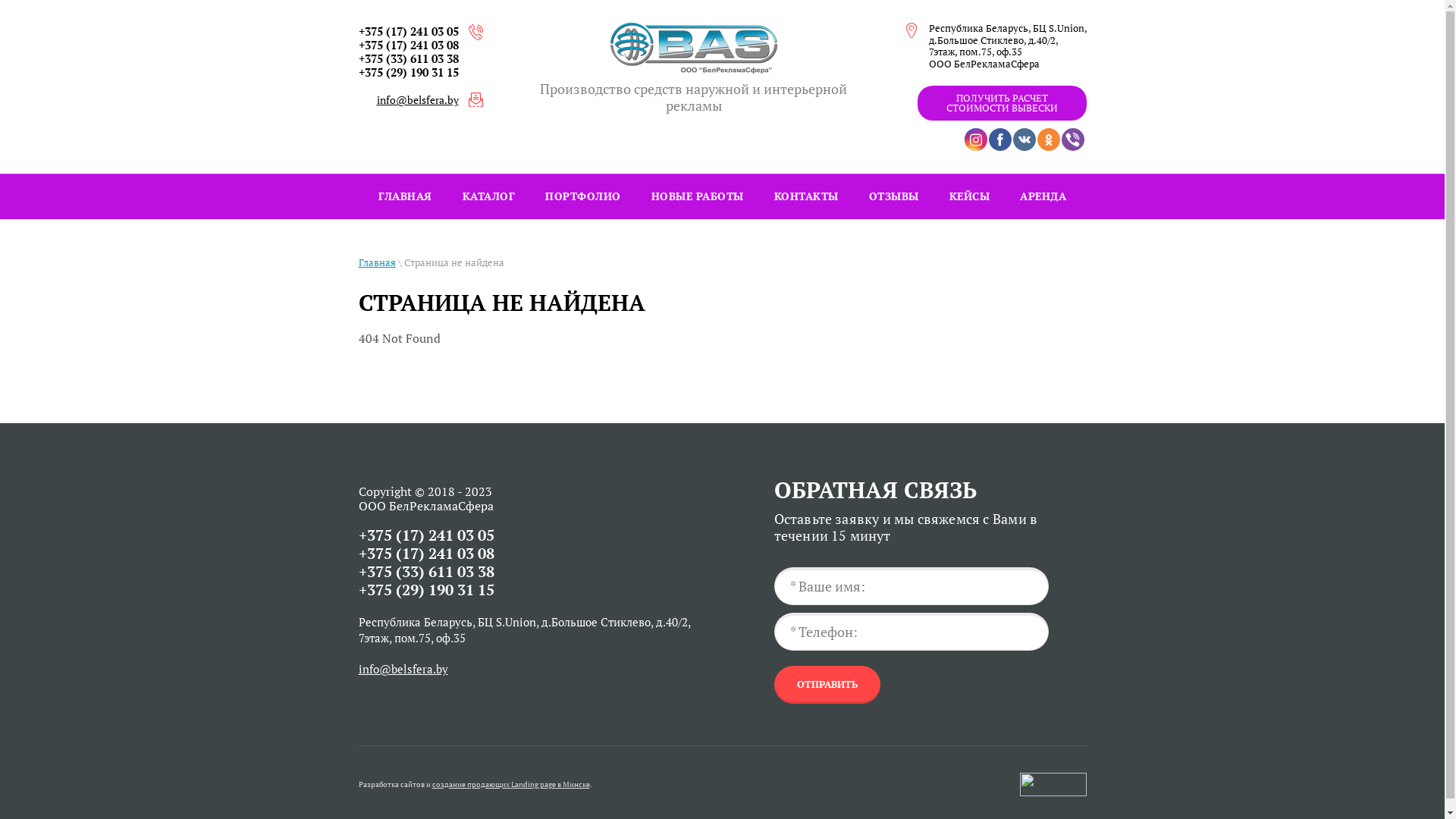  I want to click on 'info@belsfera.by', so click(375, 99).